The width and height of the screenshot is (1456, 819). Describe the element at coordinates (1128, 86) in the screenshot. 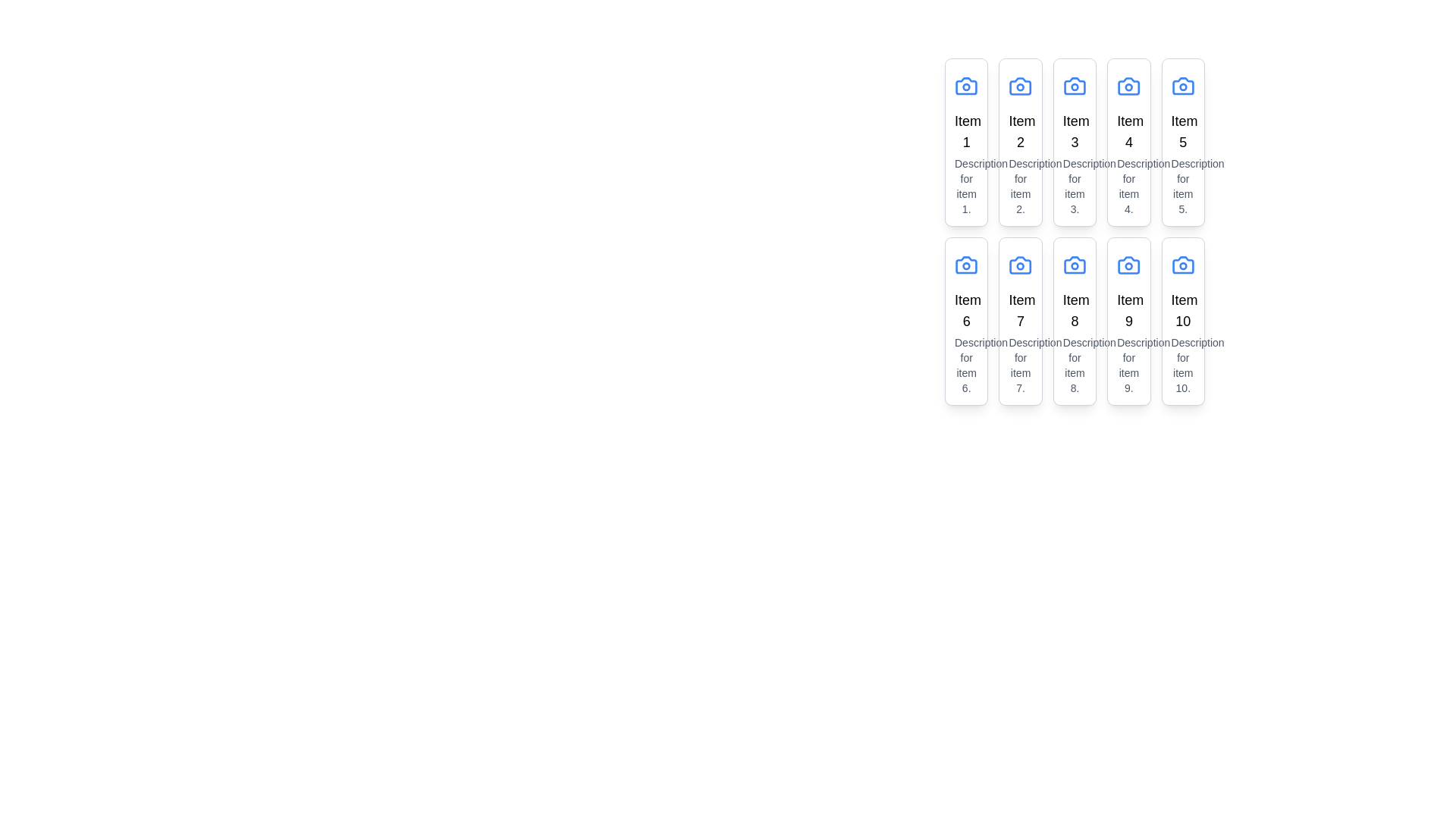

I see `the camera icon located in the center of the card labeled 'Item 4' in the first row and fourth column of the grid layout` at that location.